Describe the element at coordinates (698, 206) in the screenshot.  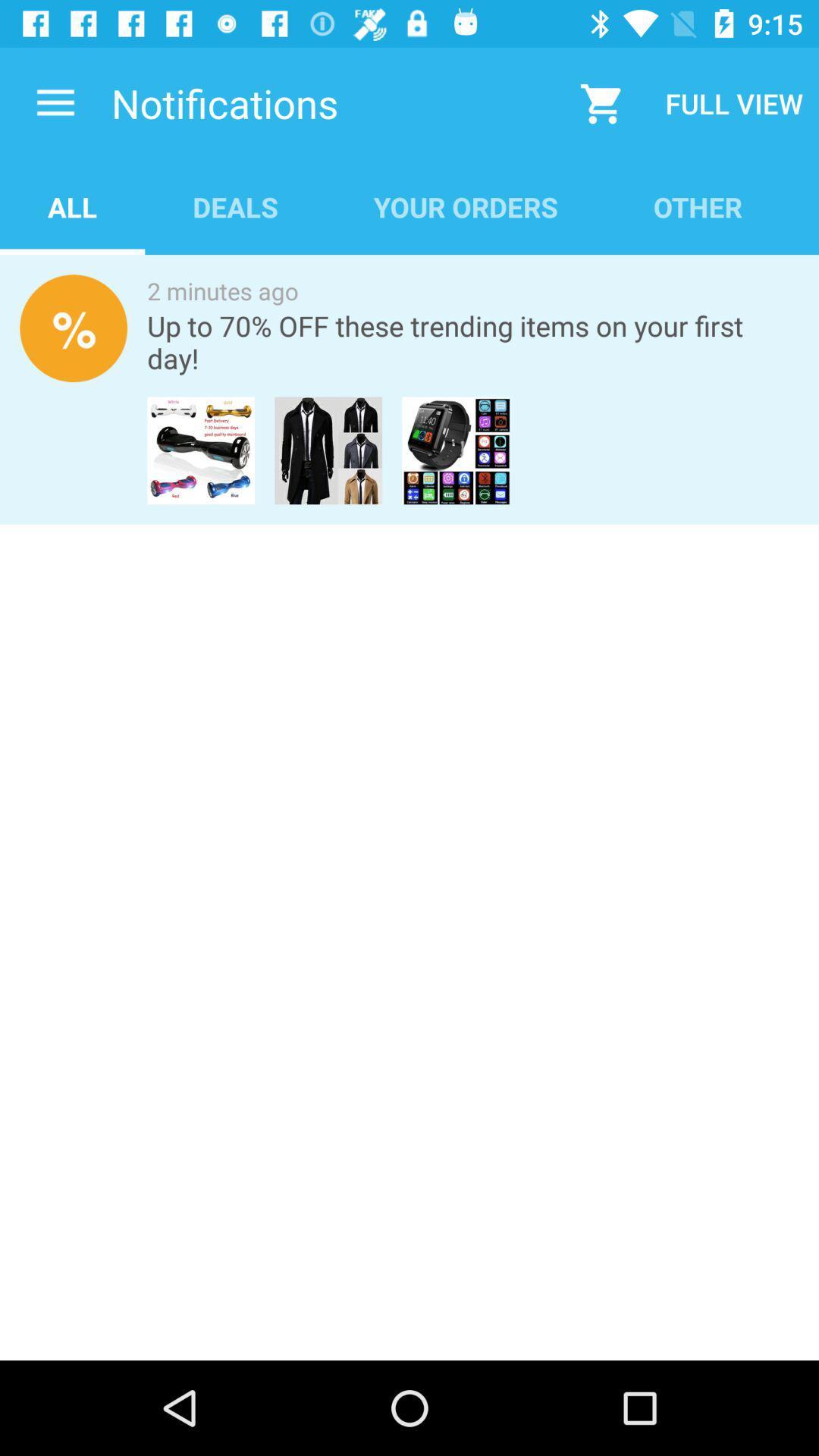
I see `the item next to the your orders item` at that location.